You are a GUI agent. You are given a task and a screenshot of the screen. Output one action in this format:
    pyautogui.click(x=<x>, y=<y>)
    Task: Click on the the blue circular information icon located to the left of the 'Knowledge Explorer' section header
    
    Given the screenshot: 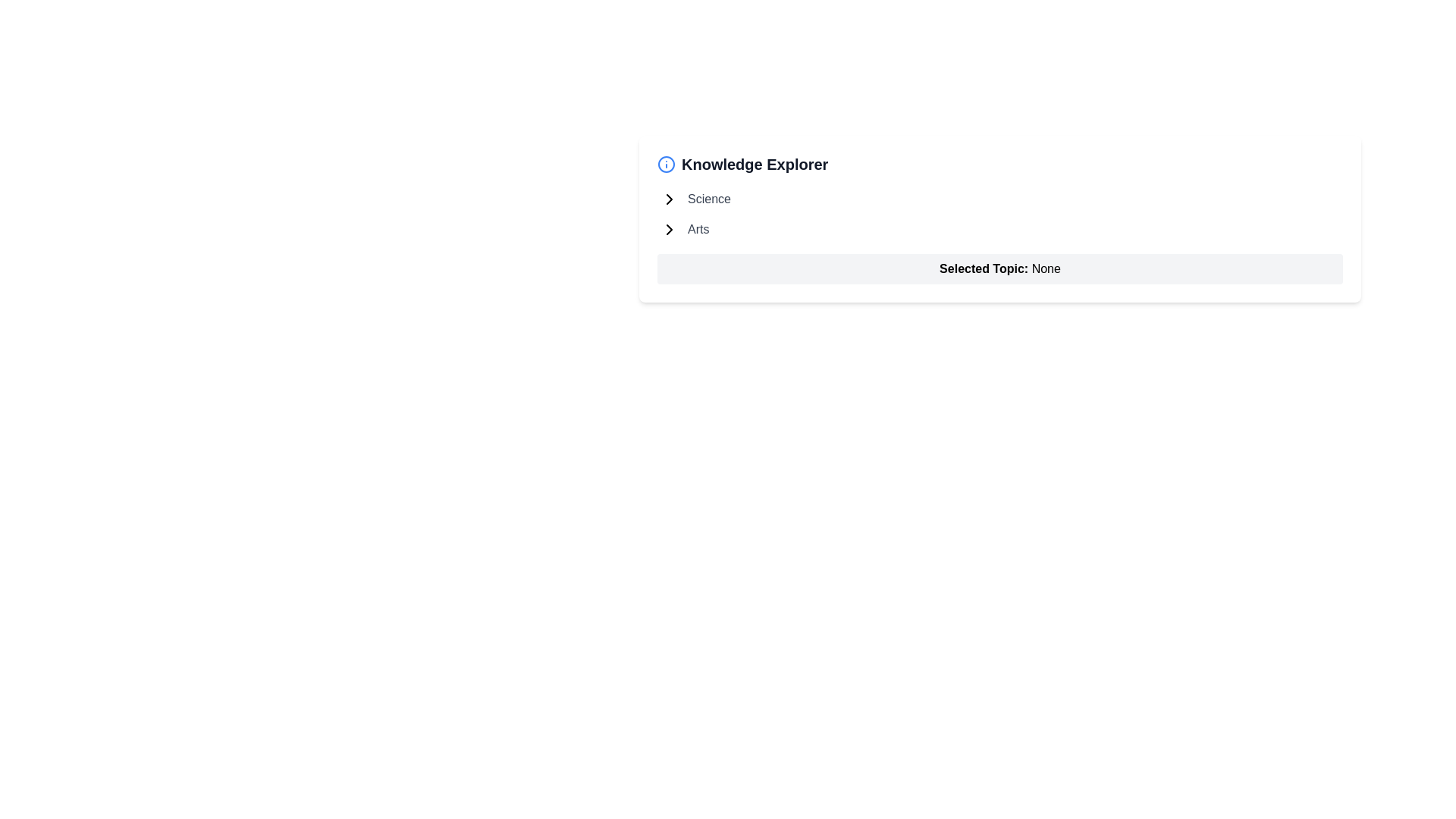 What is the action you would take?
    pyautogui.click(x=666, y=164)
    